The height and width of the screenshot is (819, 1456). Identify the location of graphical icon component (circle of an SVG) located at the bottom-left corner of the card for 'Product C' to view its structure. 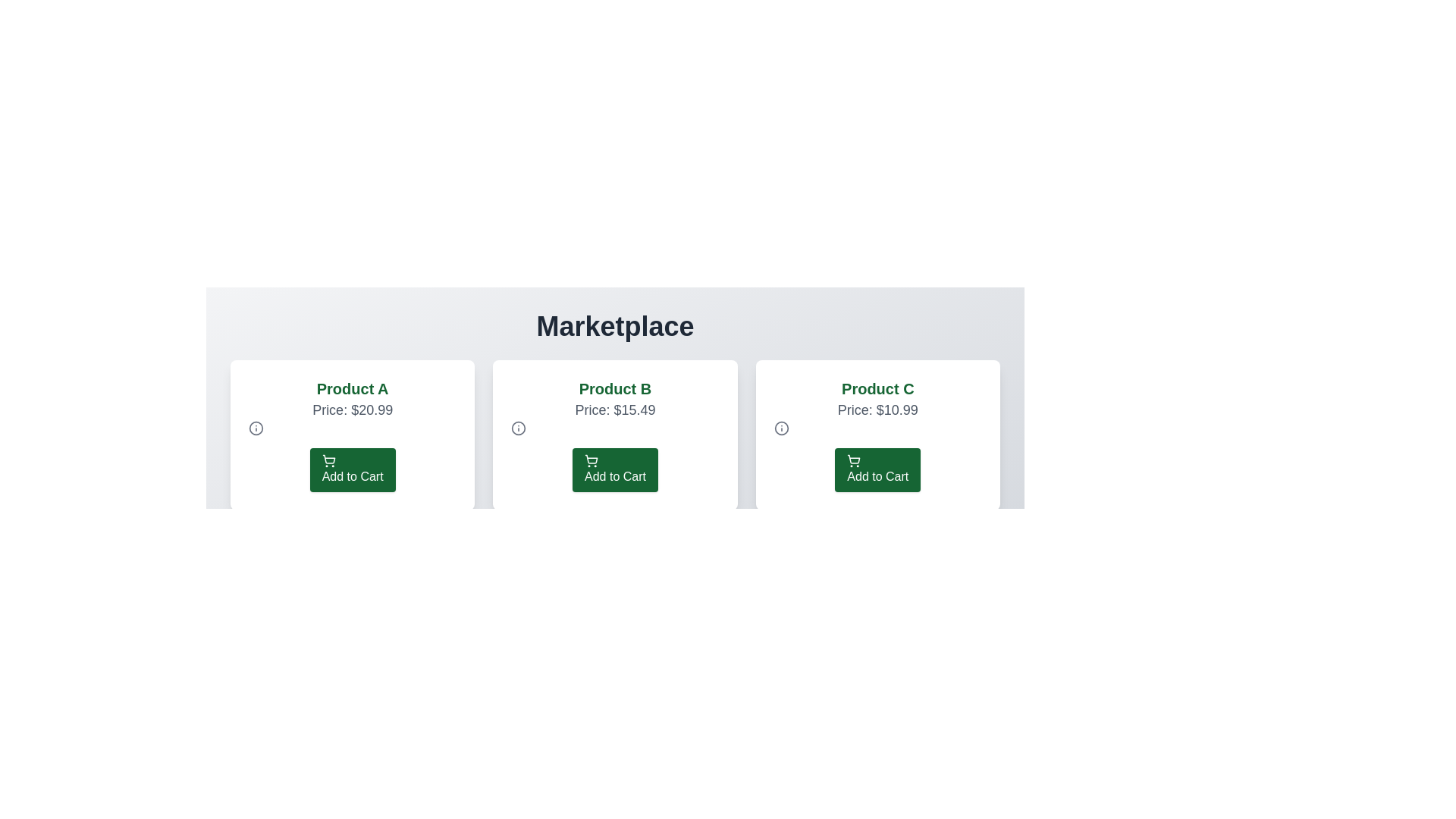
(781, 428).